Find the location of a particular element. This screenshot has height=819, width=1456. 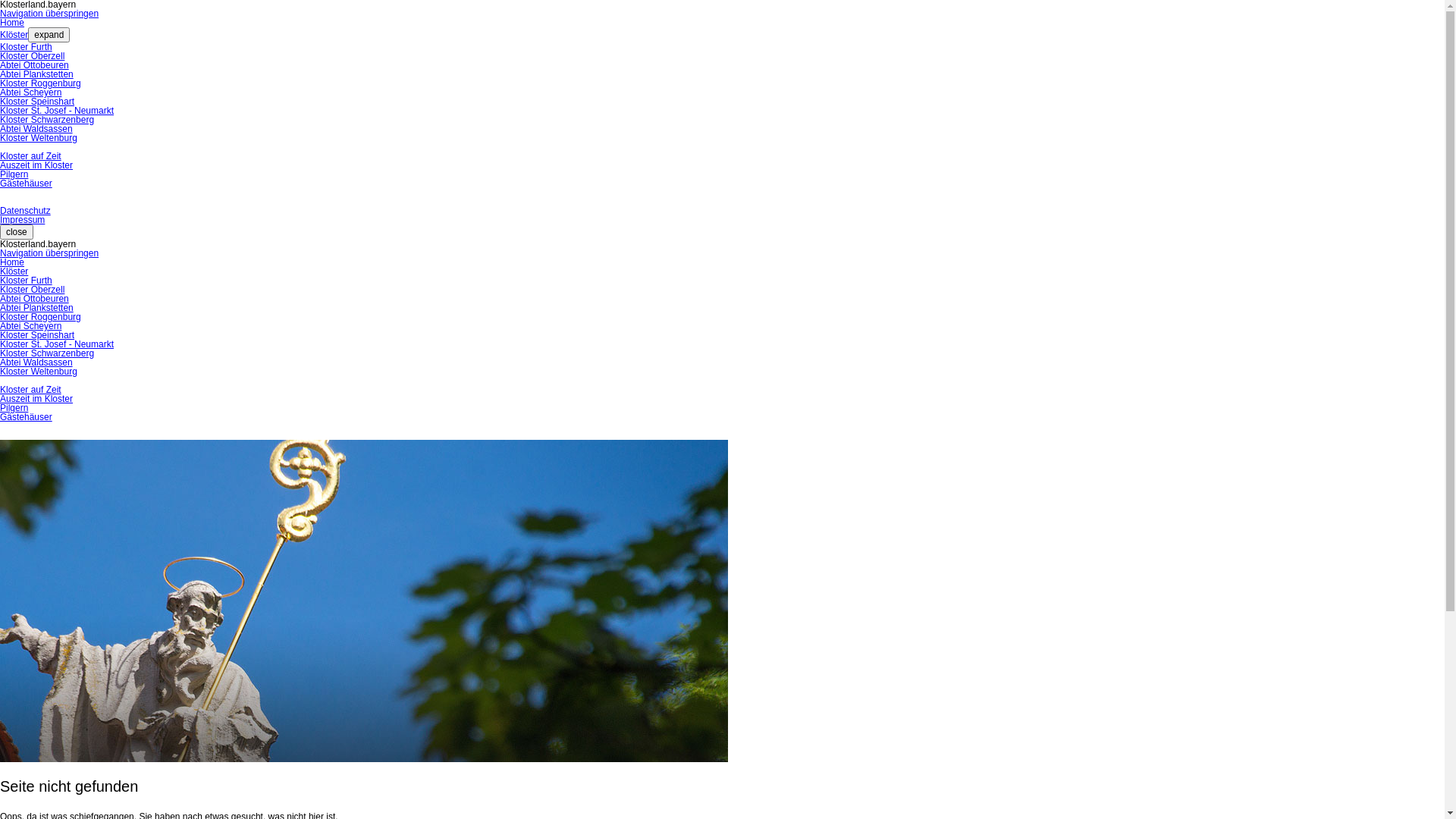

'Datenschutz' is located at coordinates (25, 210).